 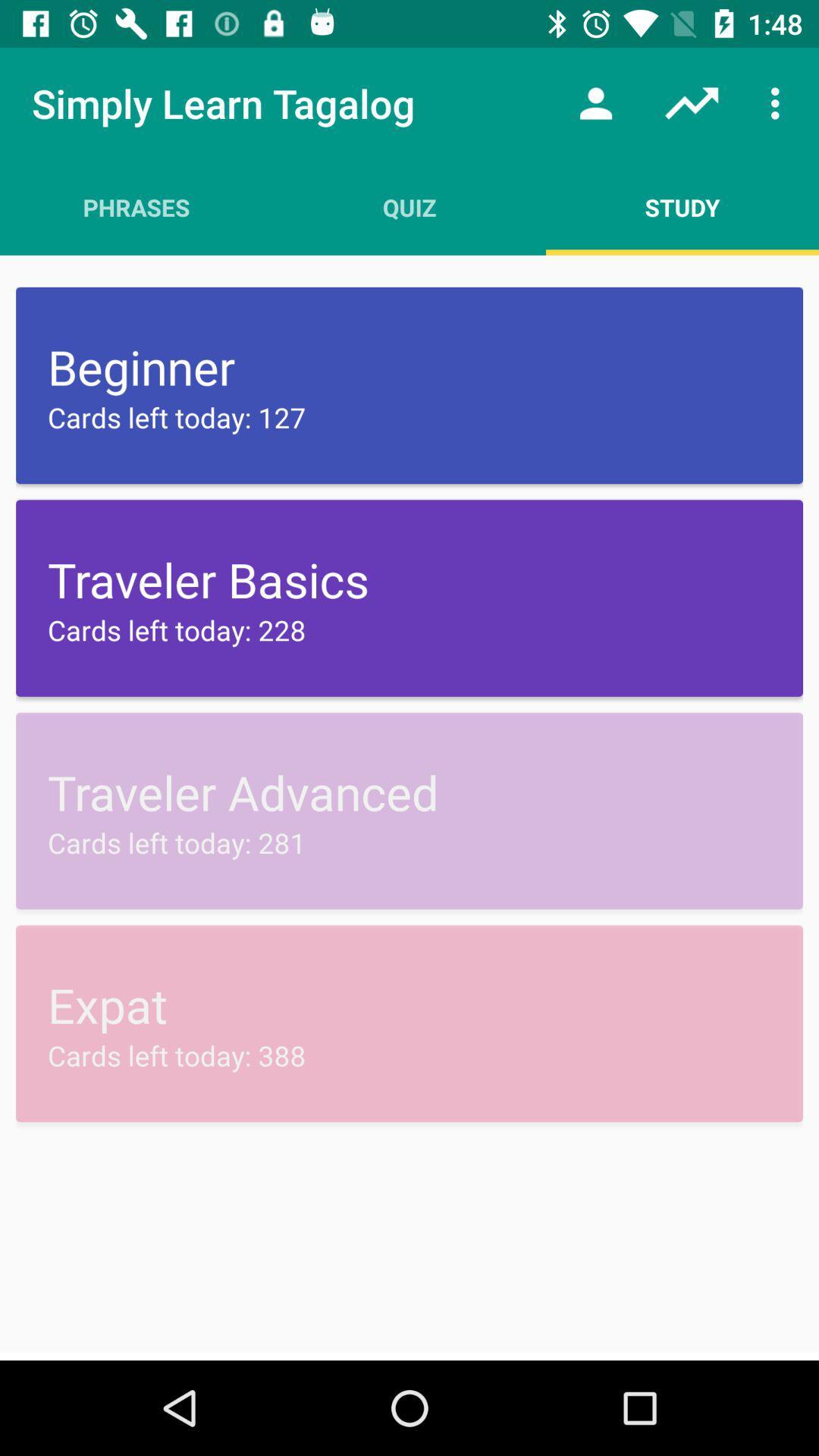 What do you see at coordinates (136, 206) in the screenshot?
I see `phrases app` at bounding box center [136, 206].